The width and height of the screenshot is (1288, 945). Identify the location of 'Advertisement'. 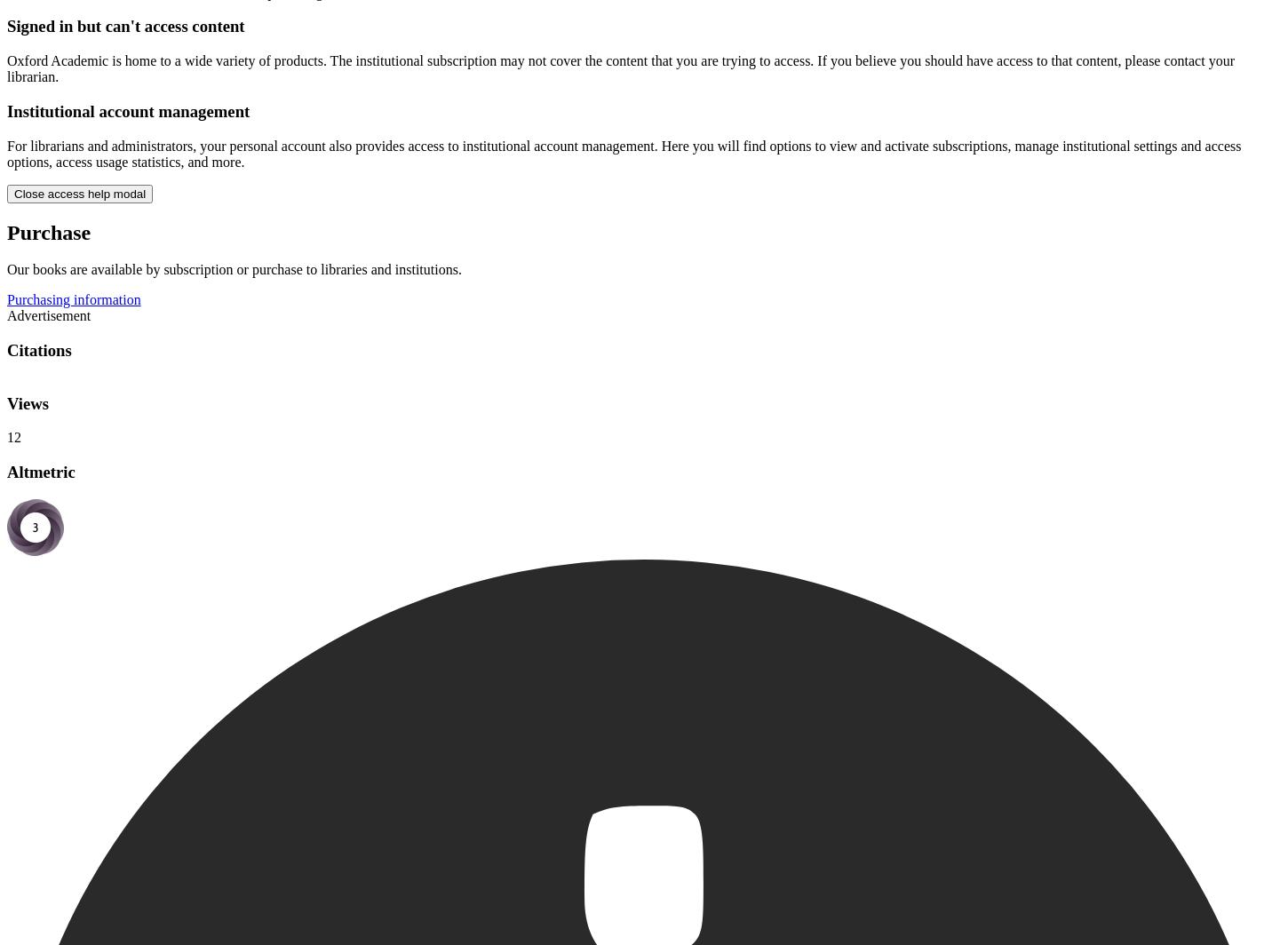
(48, 315).